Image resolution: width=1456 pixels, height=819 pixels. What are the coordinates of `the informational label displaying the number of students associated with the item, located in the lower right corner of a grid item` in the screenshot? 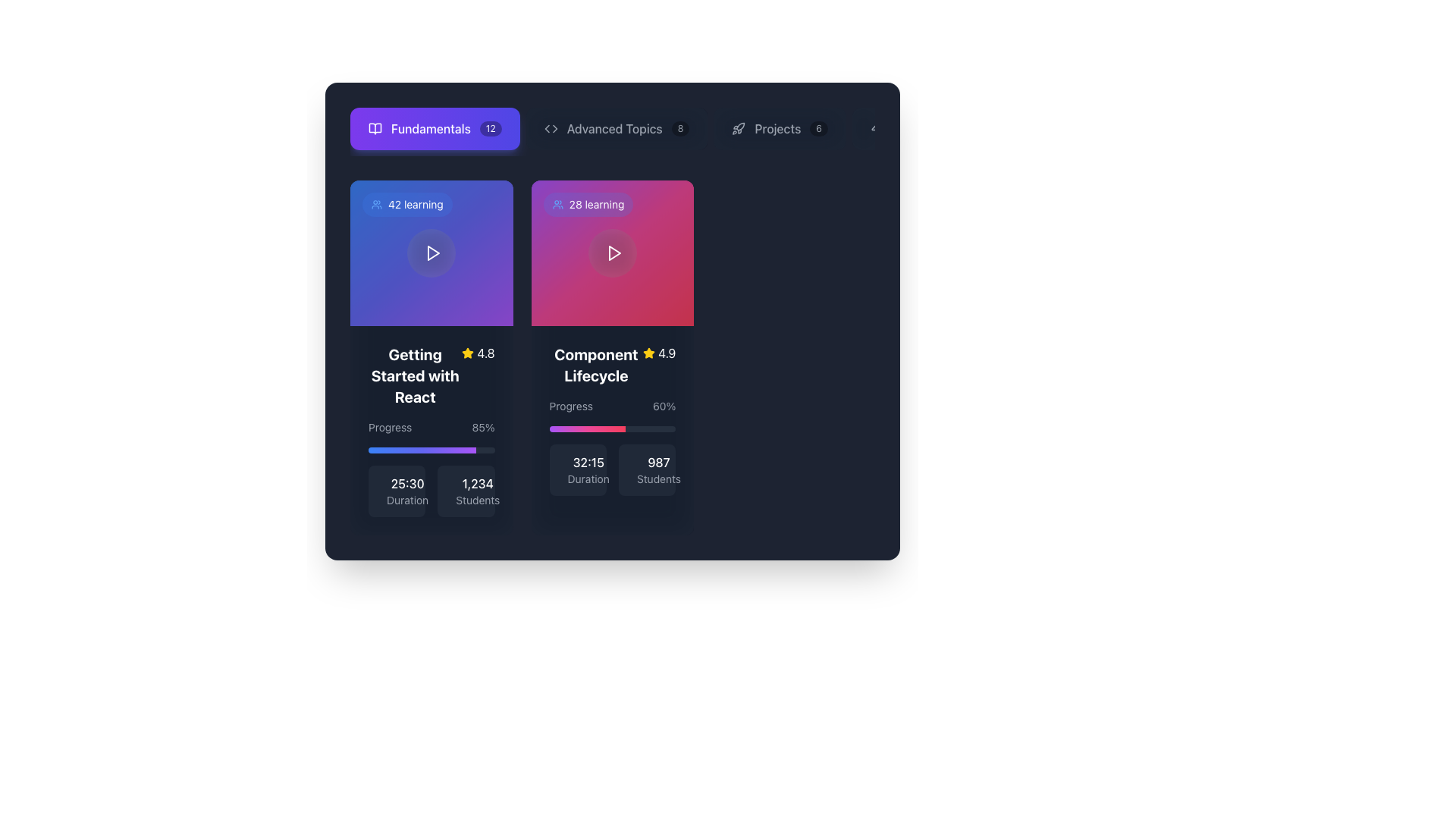 It's located at (465, 491).